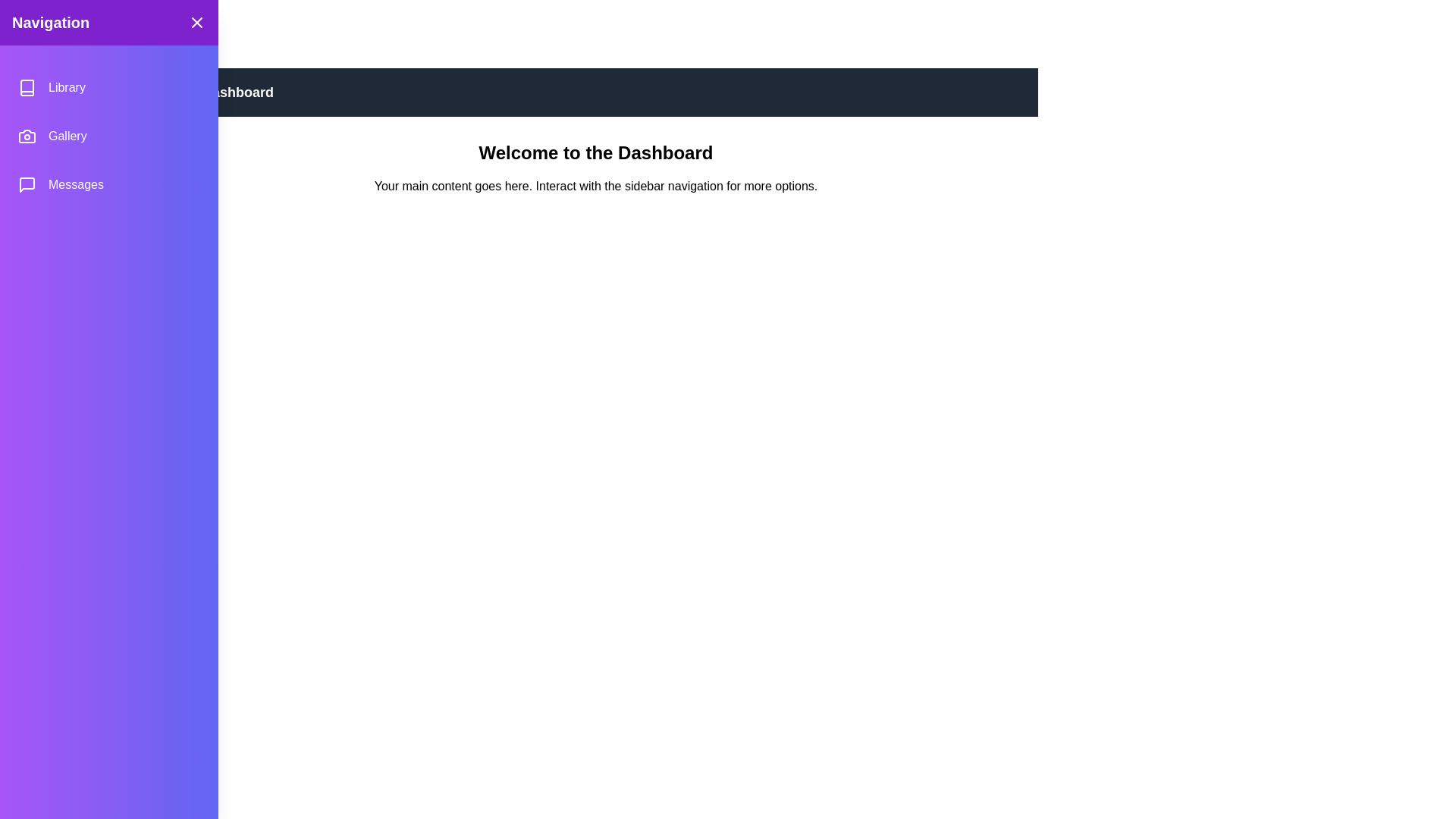 The height and width of the screenshot is (819, 1456). Describe the element at coordinates (595, 152) in the screenshot. I see `heading text that welcomes users to the application dashboard, located in the upper-middle section of the main content area, centered horizontally under the navigation header` at that location.